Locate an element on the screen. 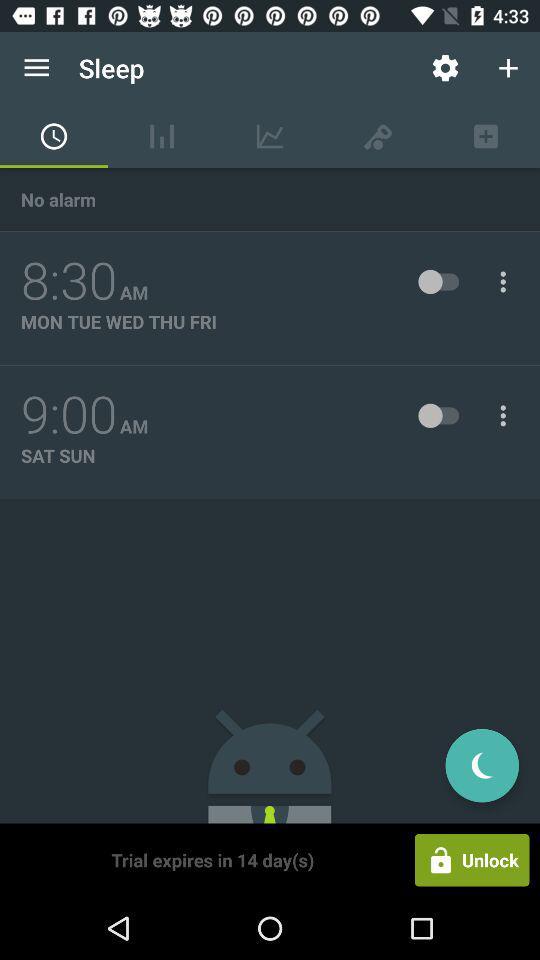  the icon above the mon tue wed item is located at coordinates (68, 280).